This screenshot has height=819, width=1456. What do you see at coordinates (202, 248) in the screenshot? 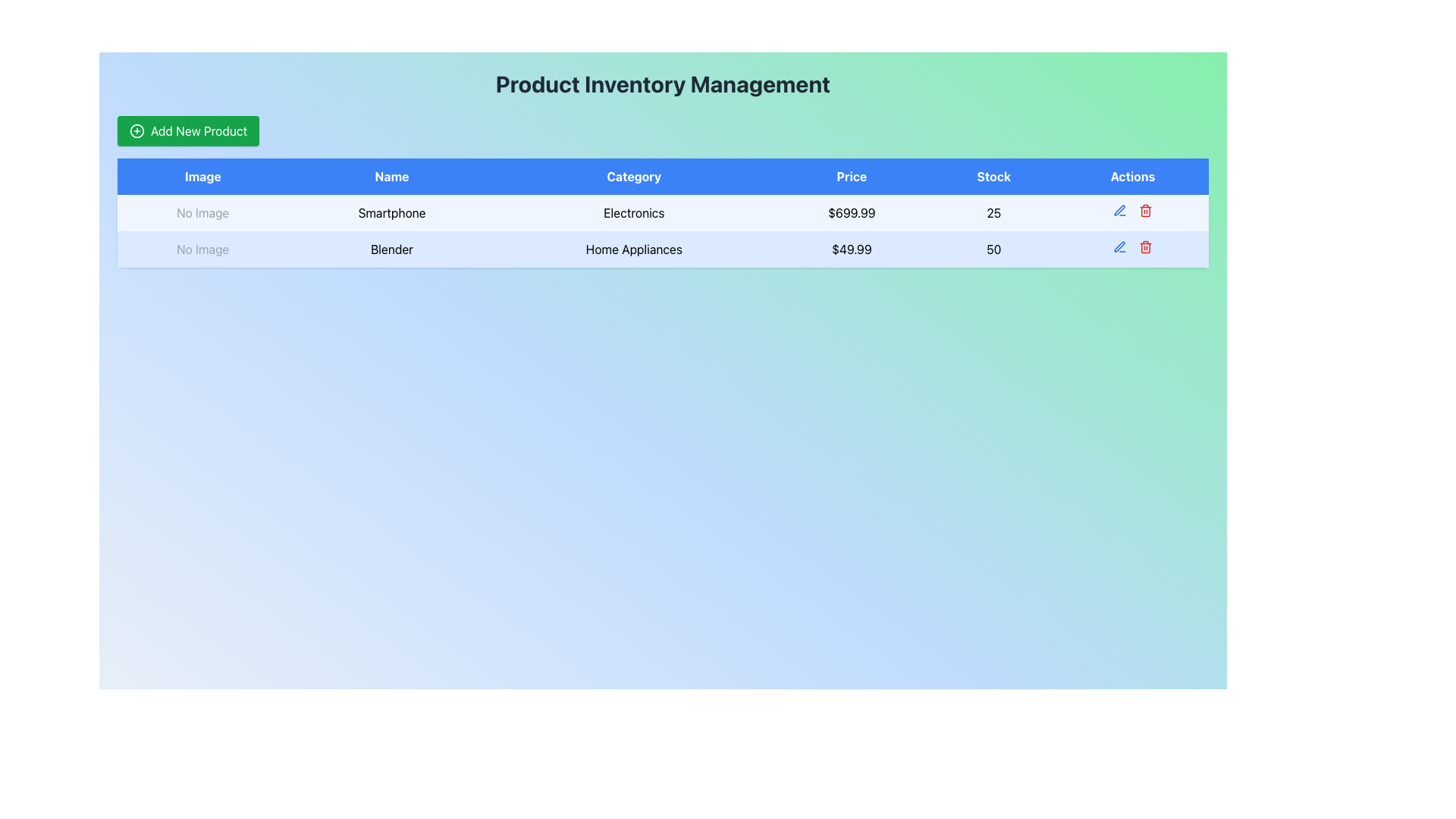
I see `the Text Label in the second cell of the first column labeled 'Image' in the second row of the table, indicating that no image is available for the associated product 'Blender'` at bounding box center [202, 248].